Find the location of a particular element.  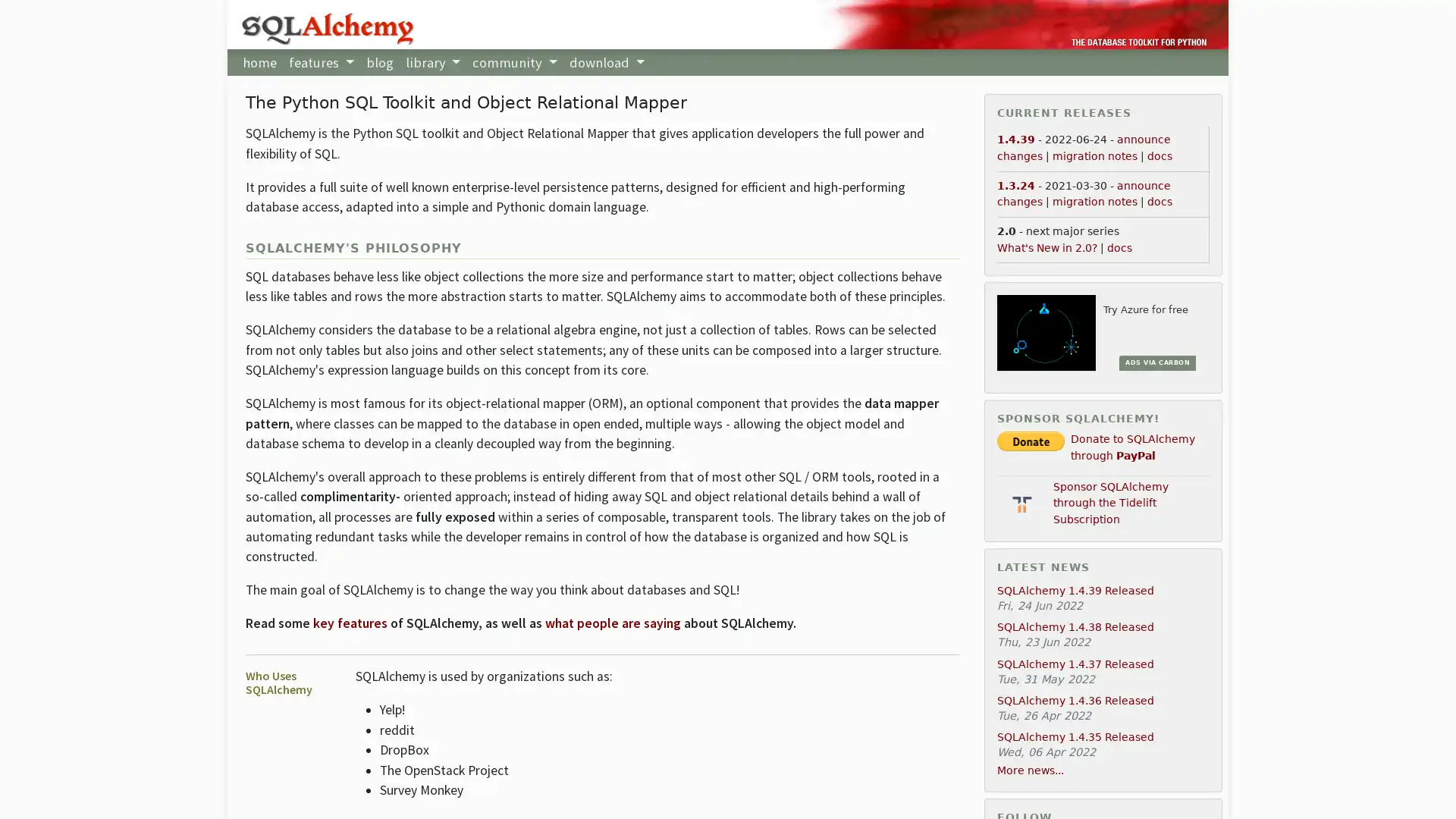

download is located at coordinates (607, 61).